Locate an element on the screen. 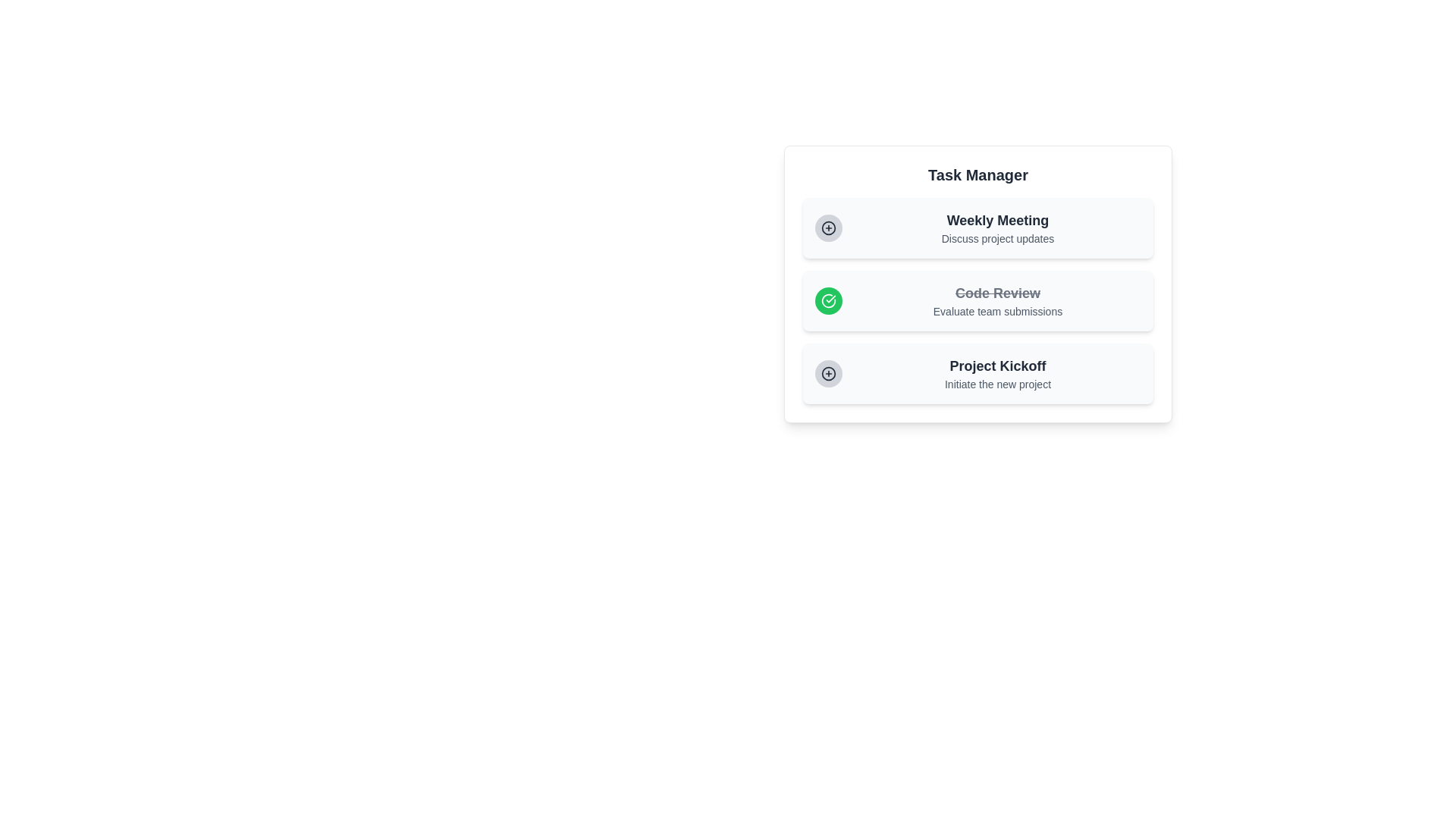  the interactive button located in the top-left corner of the 'Project Kickoff' card is located at coordinates (828, 374).